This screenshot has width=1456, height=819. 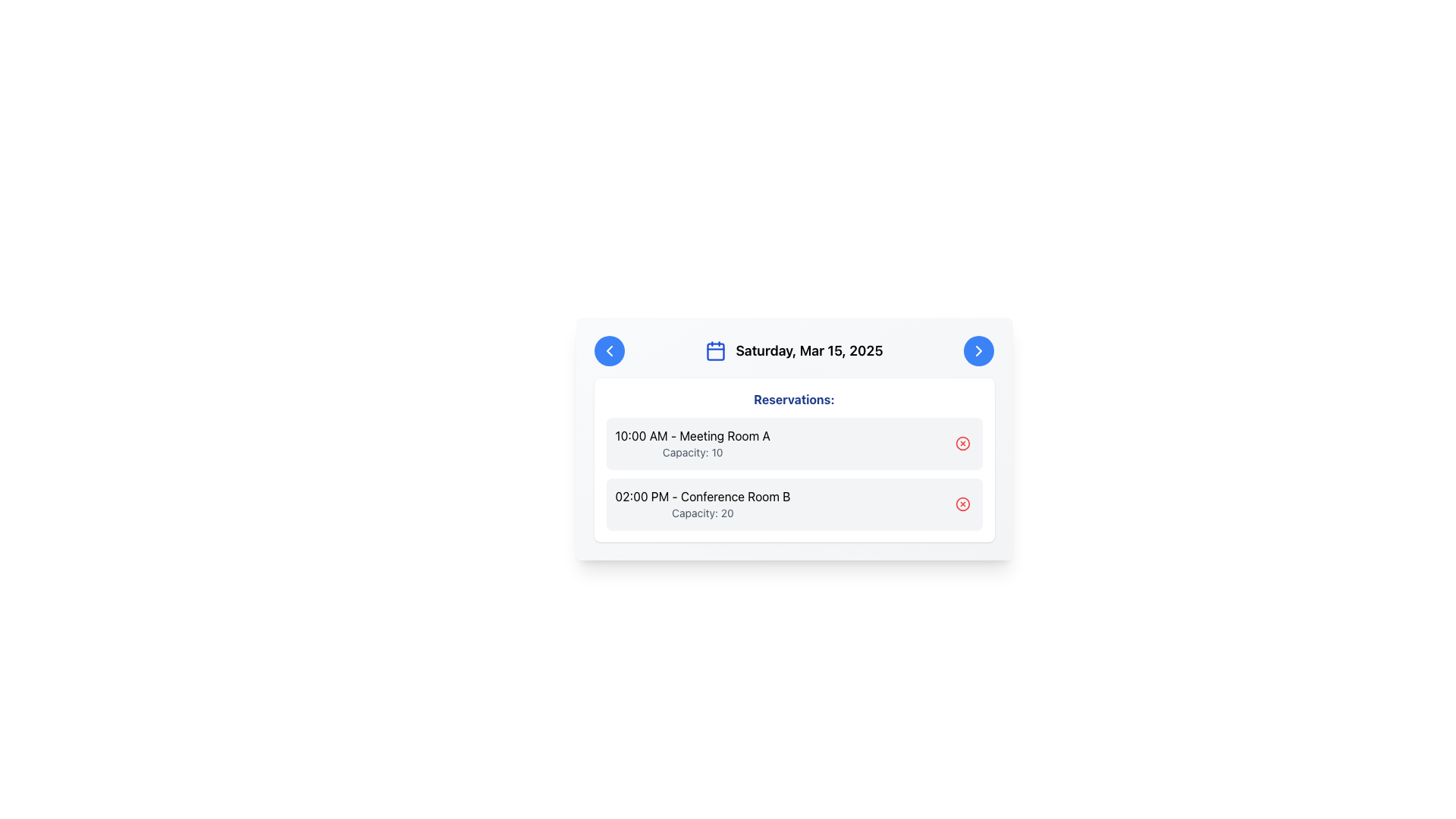 What do you see at coordinates (793, 504) in the screenshot?
I see `the second reservation list item for 'Conference Room B' at '02:00 PM'` at bounding box center [793, 504].